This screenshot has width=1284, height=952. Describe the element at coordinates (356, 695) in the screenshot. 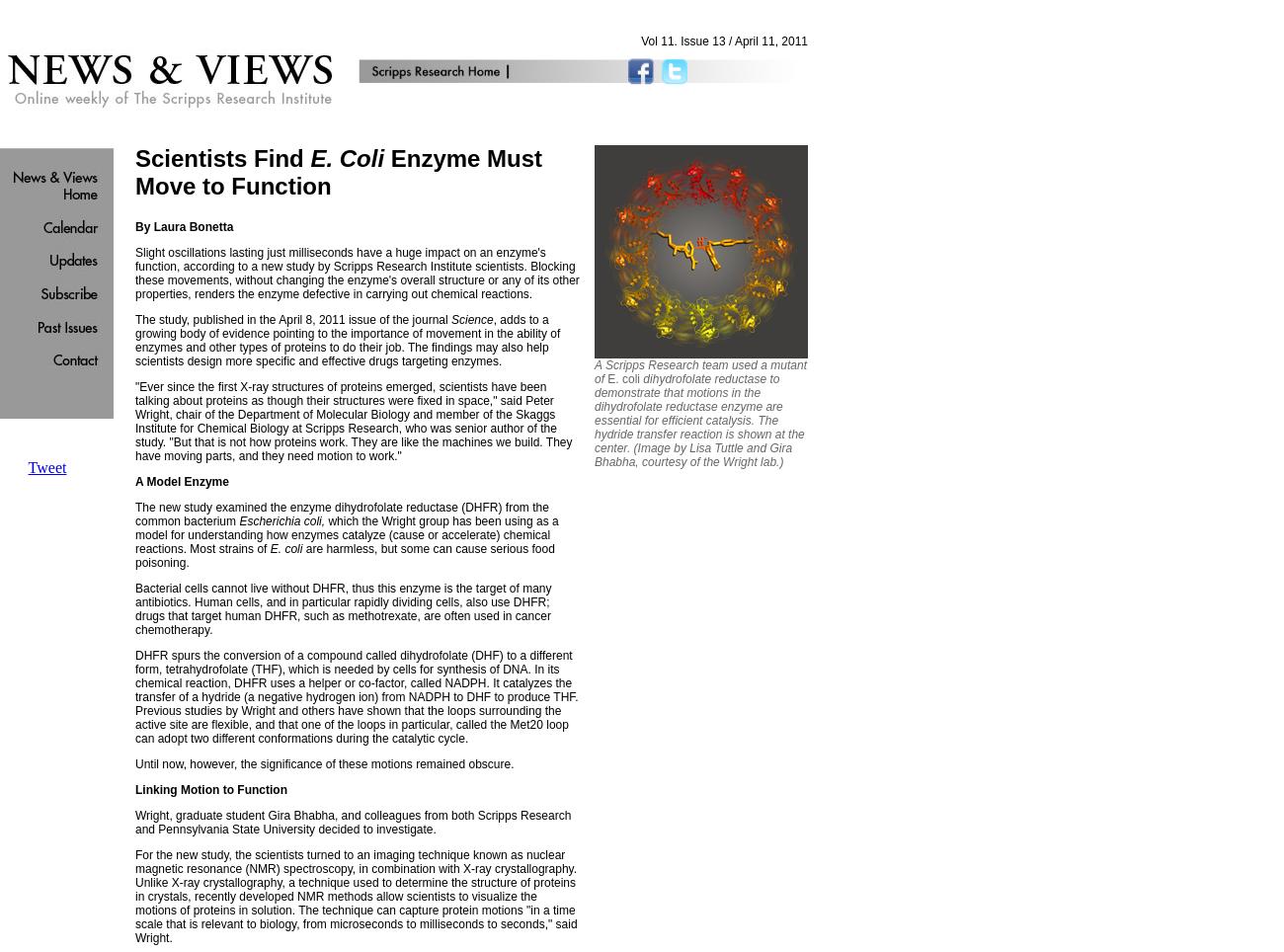

I see `'DHFR spurs the conversion of a compound called dihydrofolate (DHF) to a different form, tetrahydrofolate (THF), which is needed by cells for synthesis of DNA. In its chemical reaction, DHFR uses a helper or co-factor, called NADPH. It catalyzes the transfer of a hydride (a negative hydrogen ion) from NADPH to DHF to produce THF. Previous studies by Wright and others have shown that the loops surrounding the active site are flexible, and that one of the loops in particular, called the Met20 loop can adopt two different conformations during the catalytic cycle.'` at that location.